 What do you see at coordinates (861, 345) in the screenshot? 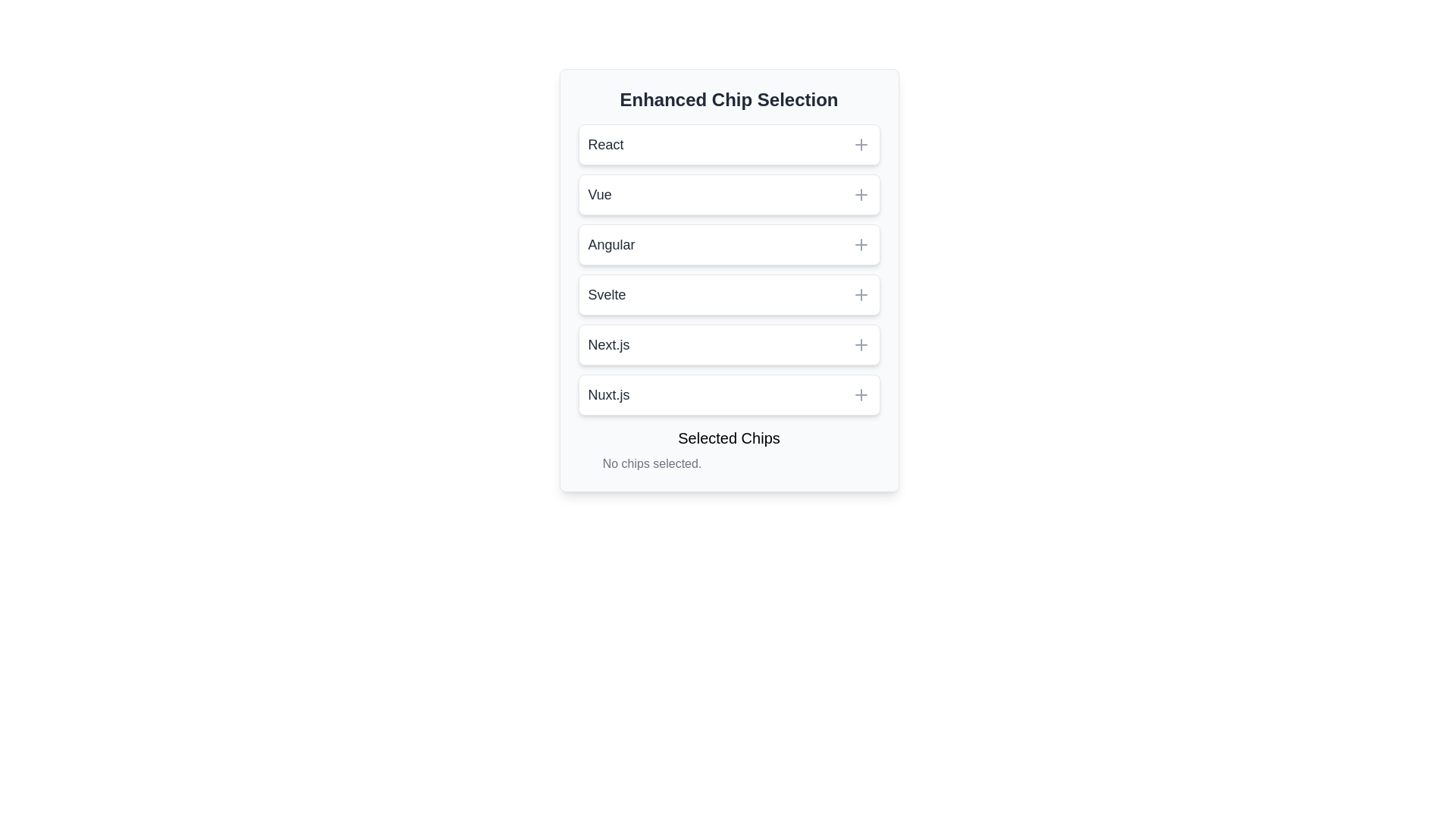
I see `the add icon button located to the far right of the 'Next.js' row in the vertically stacked list` at bounding box center [861, 345].